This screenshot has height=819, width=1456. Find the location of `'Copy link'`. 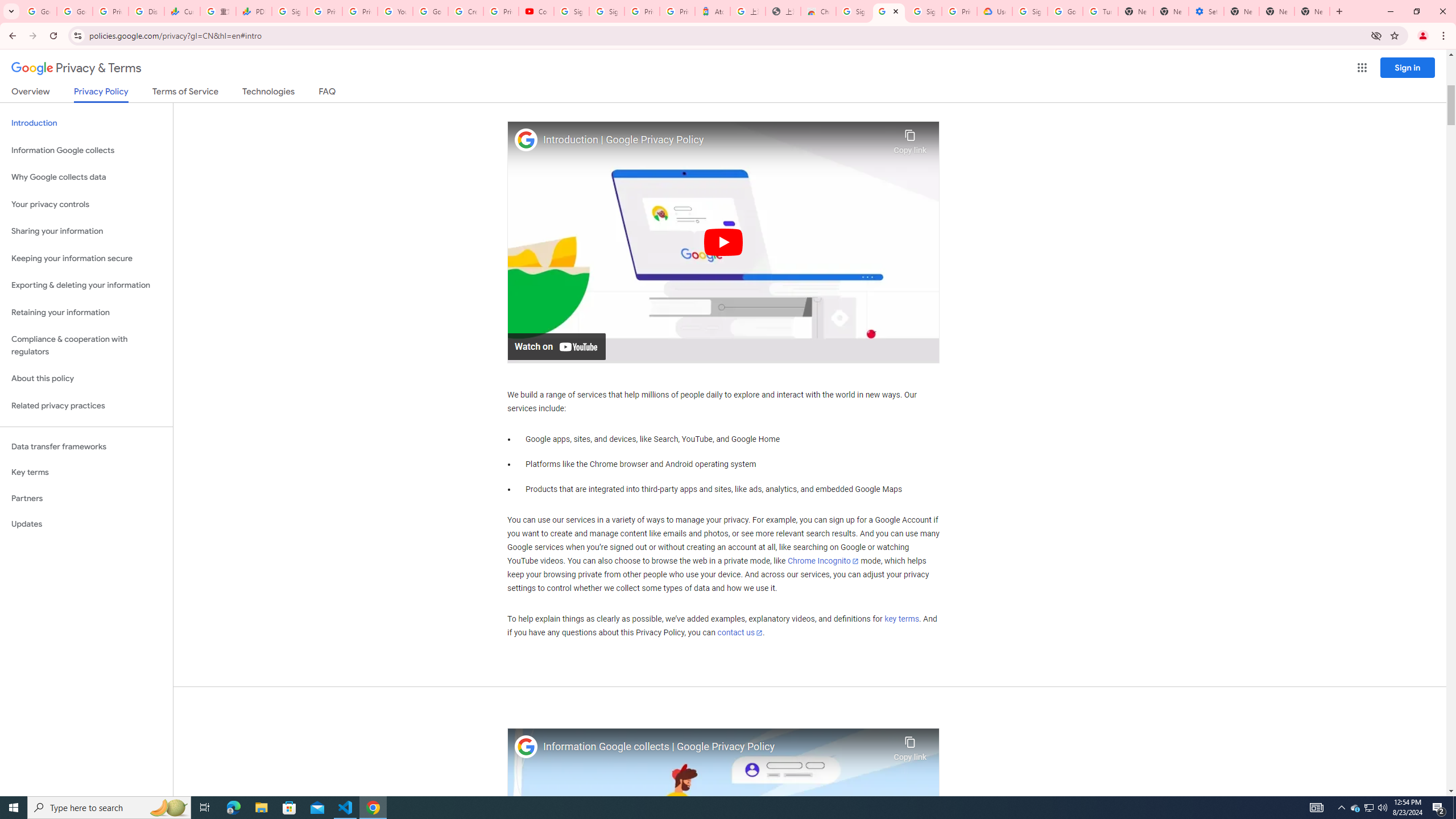

'Copy link' is located at coordinates (909, 745).